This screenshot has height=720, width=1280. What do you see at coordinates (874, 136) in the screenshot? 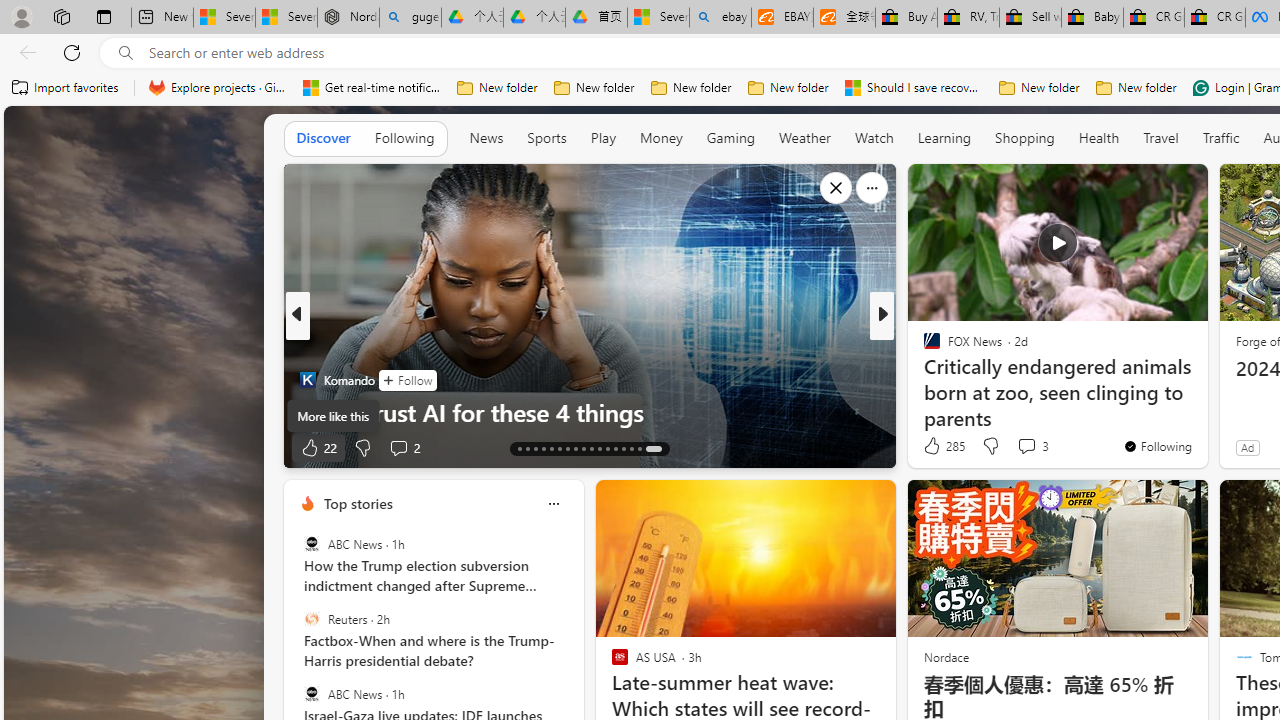
I see `'Watch'` at bounding box center [874, 136].